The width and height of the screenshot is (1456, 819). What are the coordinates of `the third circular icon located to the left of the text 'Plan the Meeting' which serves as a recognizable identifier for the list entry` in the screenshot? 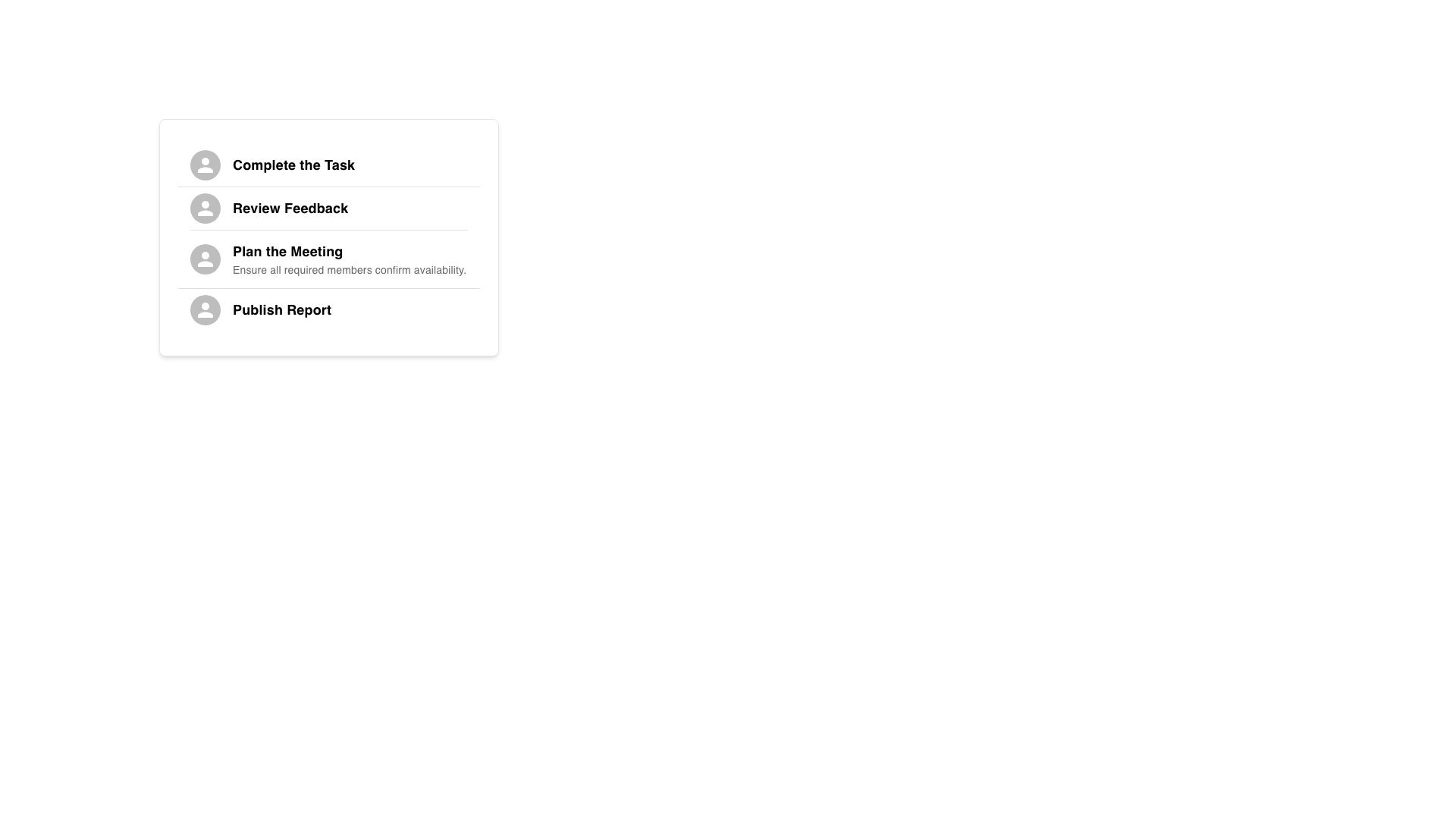 It's located at (204, 259).